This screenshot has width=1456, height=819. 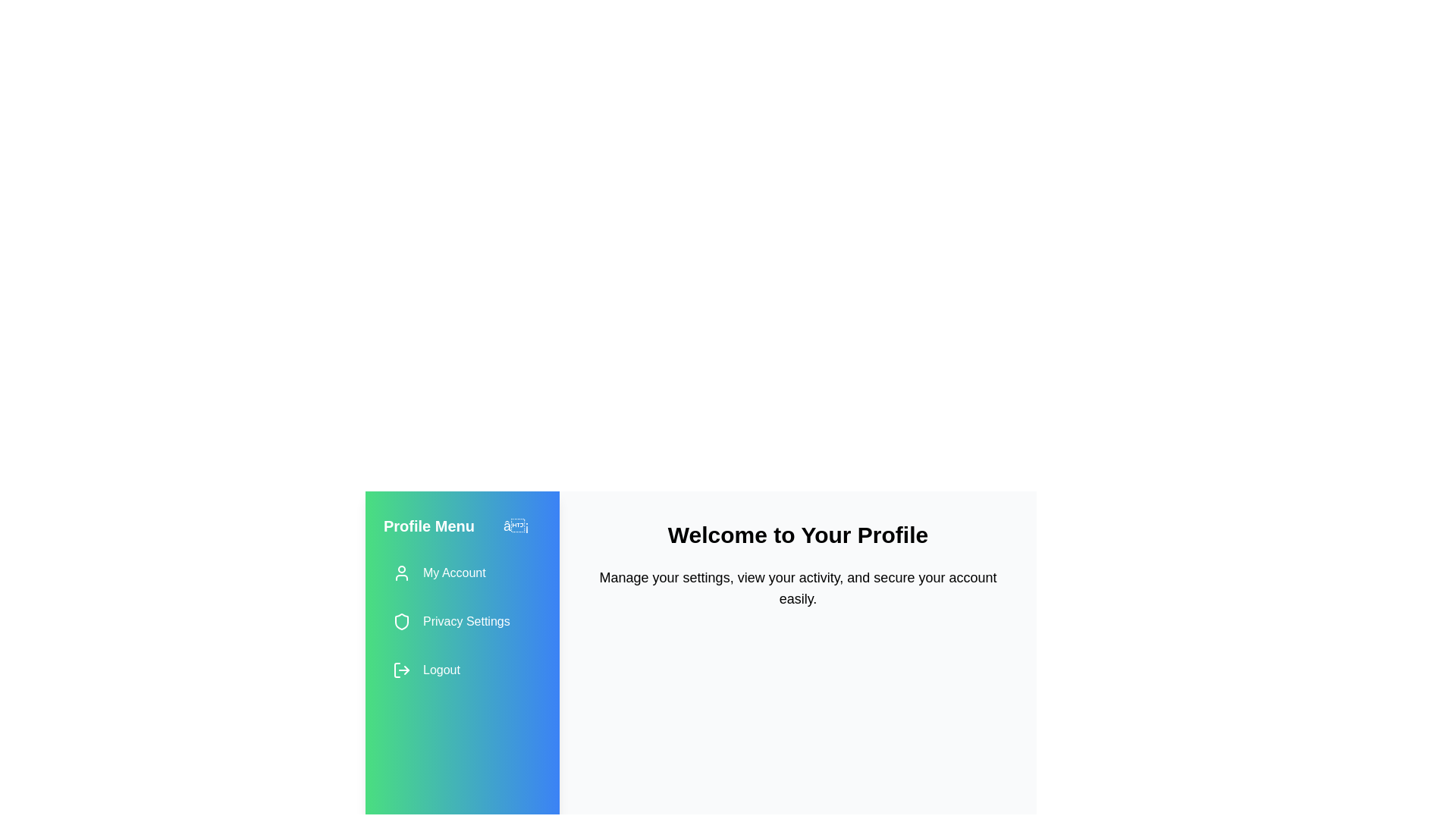 I want to click on the 'Logout' menu item to log out of the current session, so click(x=461, y=669).